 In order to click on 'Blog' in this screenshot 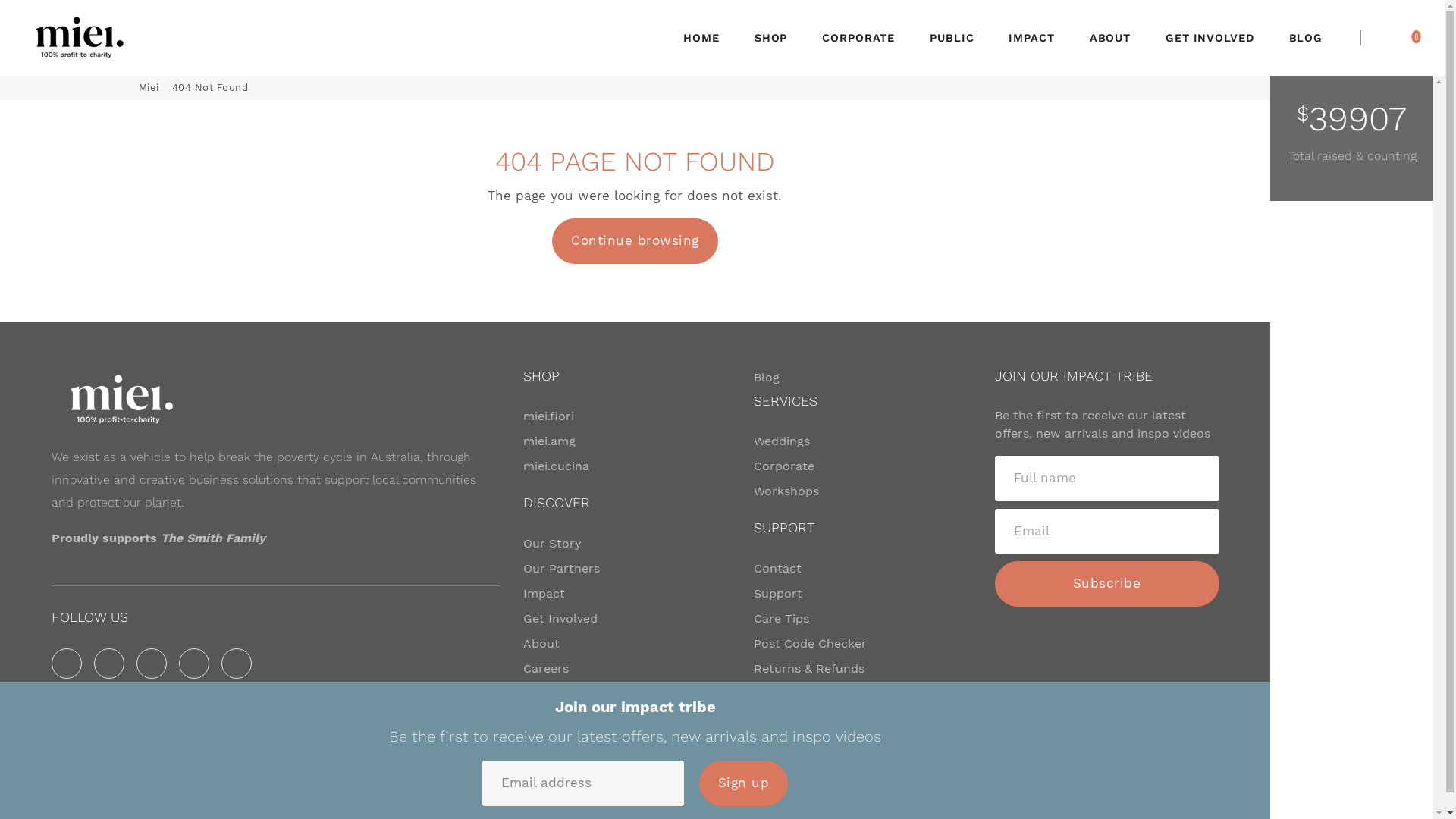, I will do `click(767, 376)`.